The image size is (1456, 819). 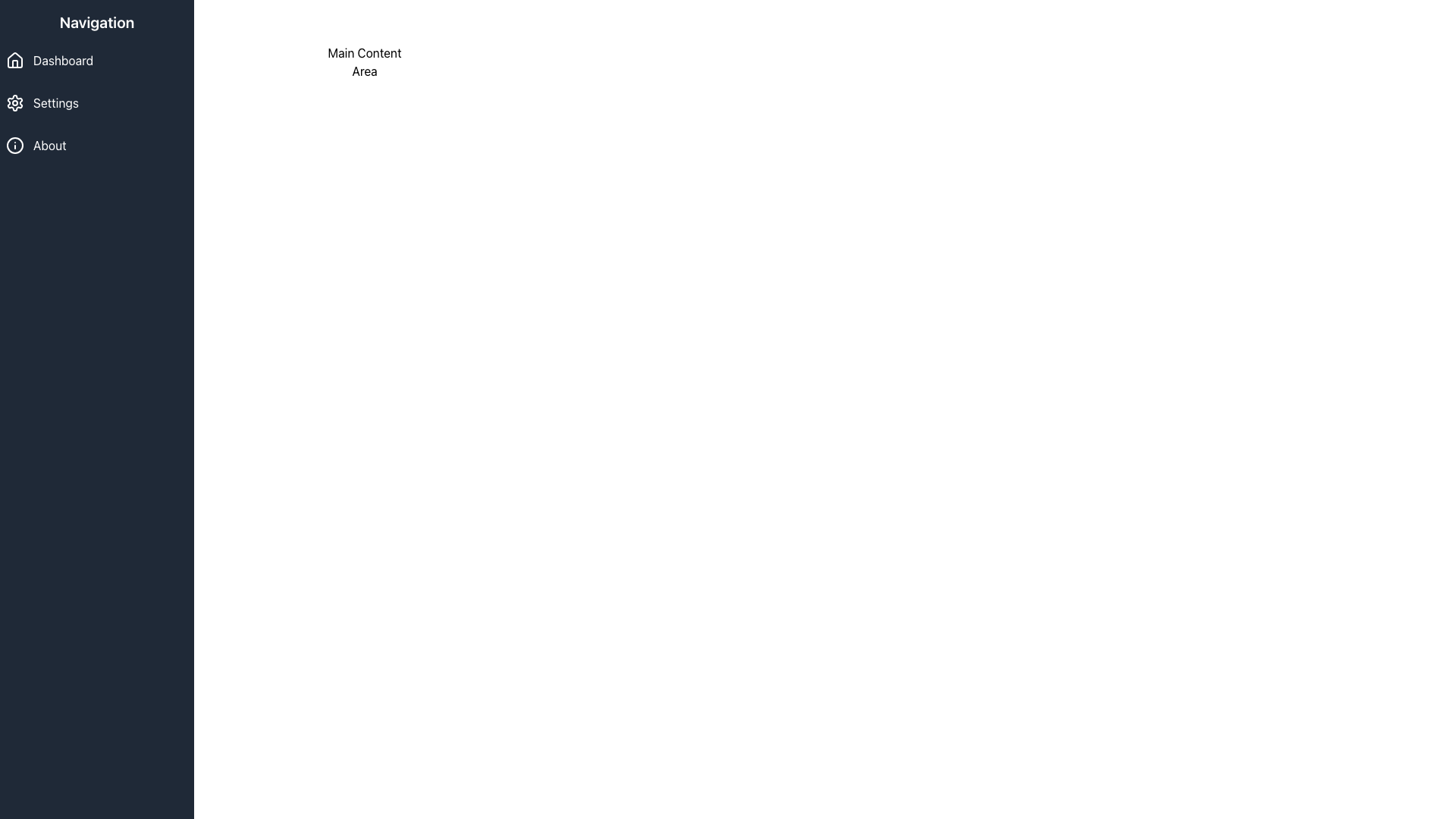 What do you see at coordinates (14, 102) in the screenshot?
I see `the 'Settings' icon located to the left of the text 'Settings' in the left-side vertical navigation bar to interact with the related functionality` at bounding box center [14, 102].